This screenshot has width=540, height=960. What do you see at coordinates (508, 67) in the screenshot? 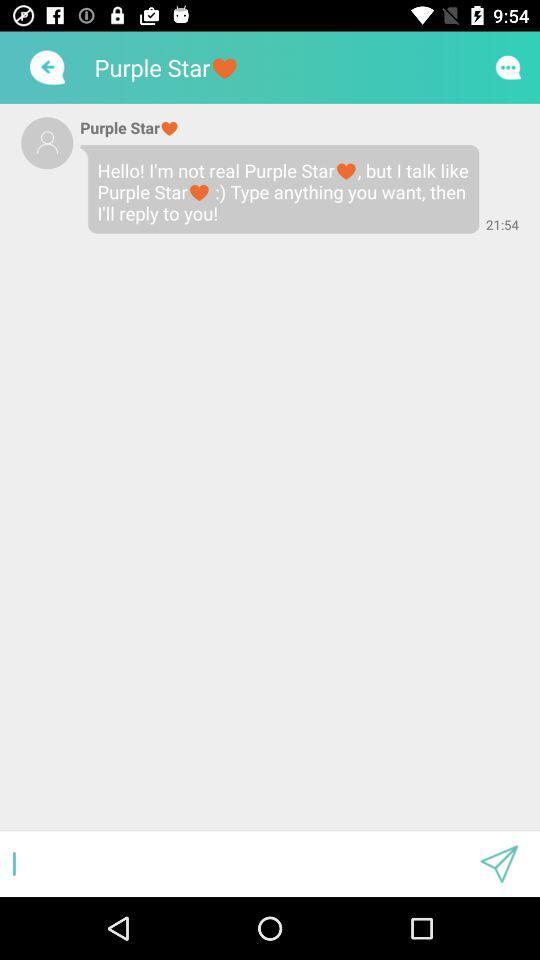
I see `the chat icon` at bounding box center [508, 67].